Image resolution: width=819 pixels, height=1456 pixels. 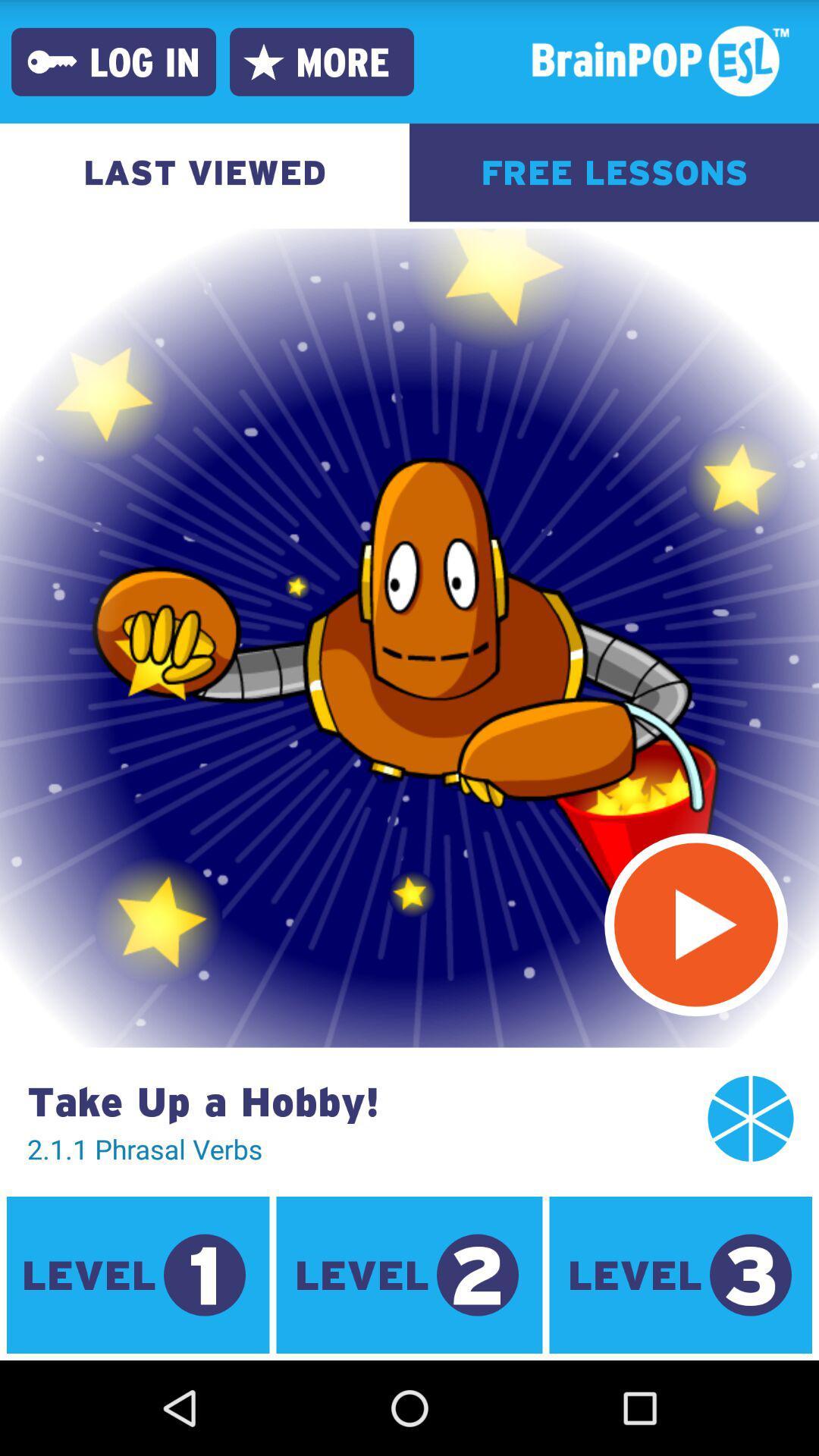 I want to click on the key icon, so click(x=52, y=61).